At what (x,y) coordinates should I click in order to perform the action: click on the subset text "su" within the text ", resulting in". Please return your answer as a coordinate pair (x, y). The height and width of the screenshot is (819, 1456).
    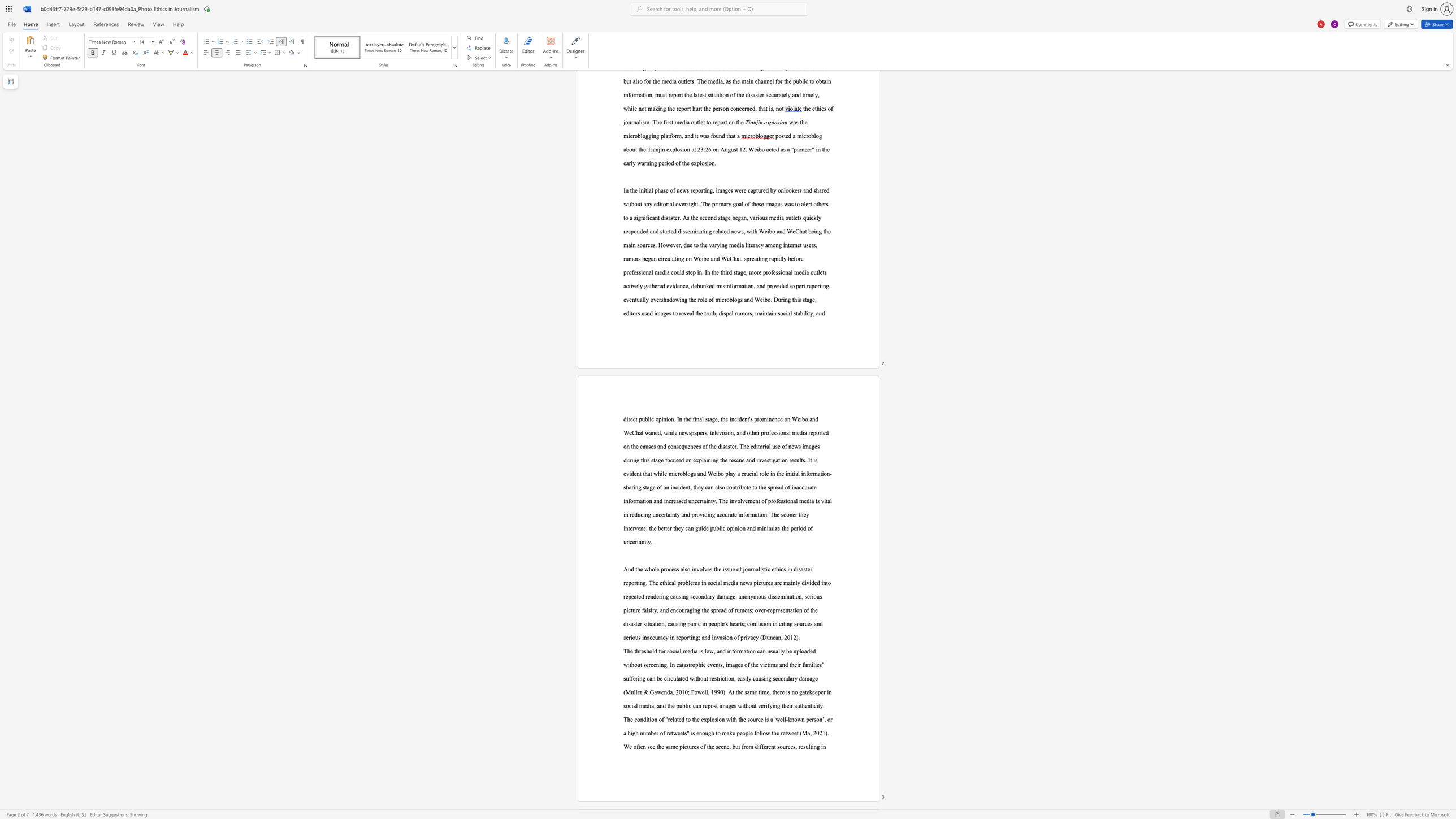
    Looking at the image, I should click on (803, 746).